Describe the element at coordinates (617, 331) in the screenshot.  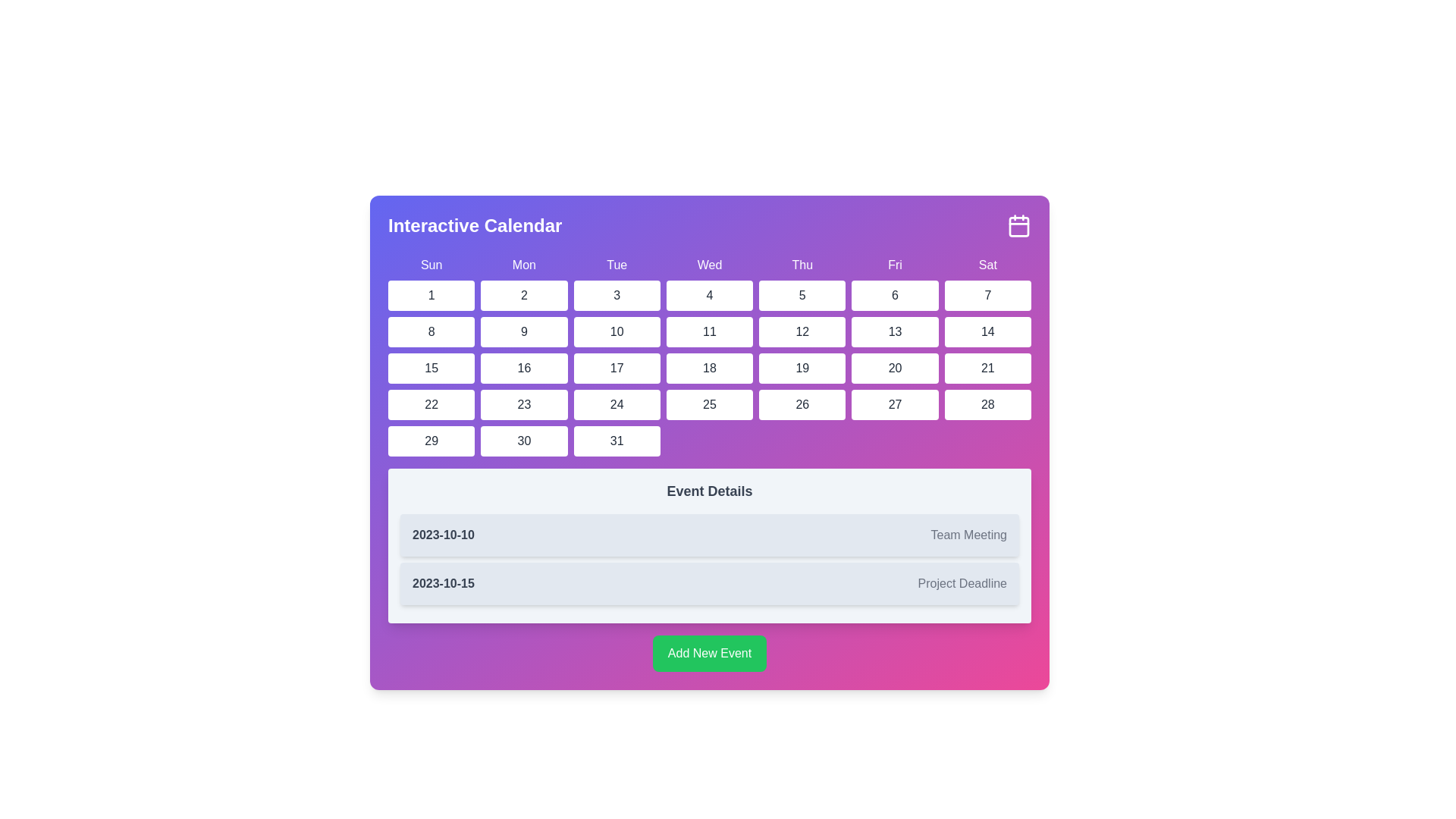
I see `the button representing the date '10' in the calendar interface, located under the 'Tue' column` at that location.